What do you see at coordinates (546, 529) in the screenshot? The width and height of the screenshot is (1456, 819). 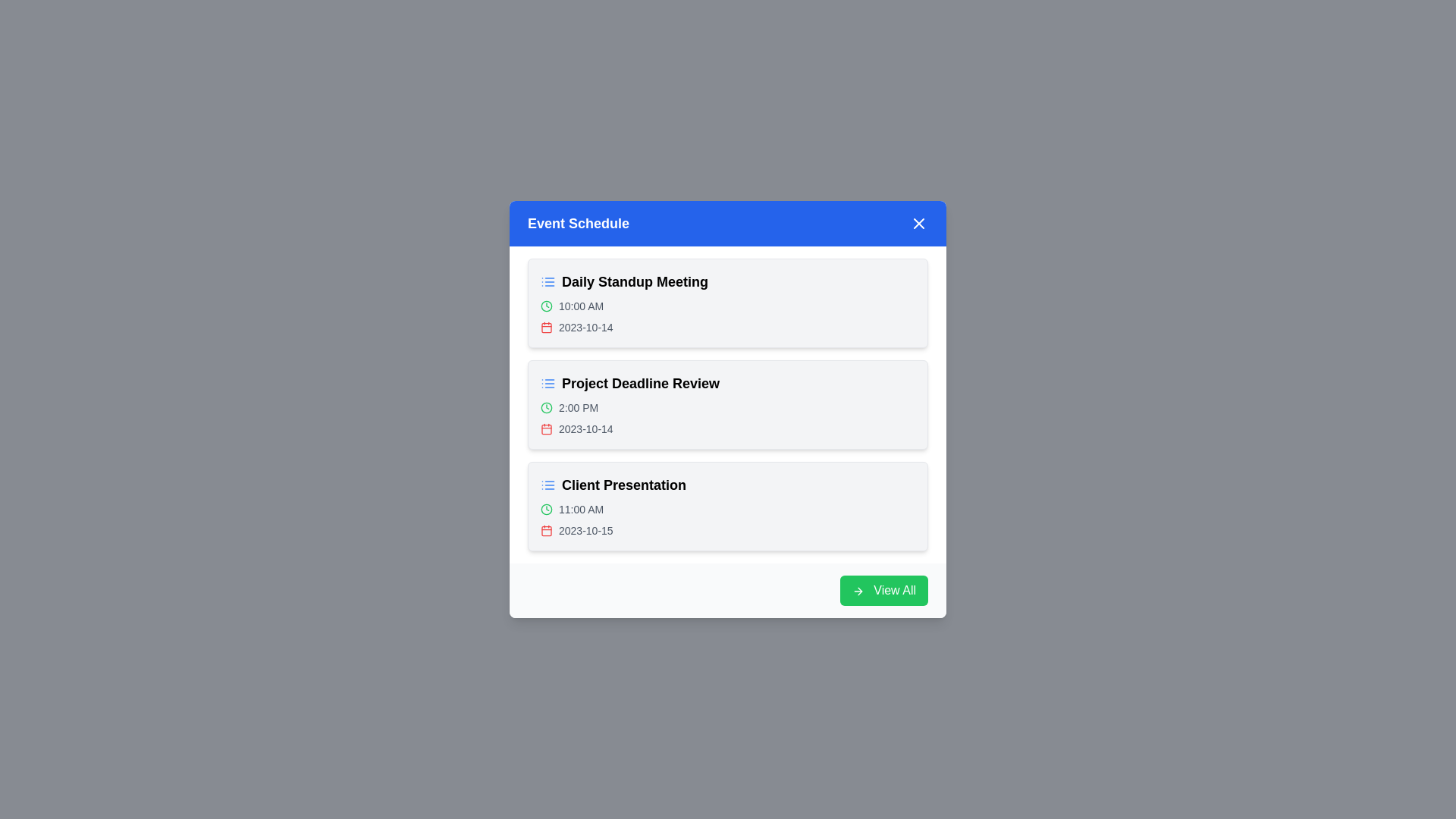 I see `the calendar icon representing the date '2023-10-15' in the third entry of the event schedule list, which is located to the left of the date text` at bounding box center [546, 529].